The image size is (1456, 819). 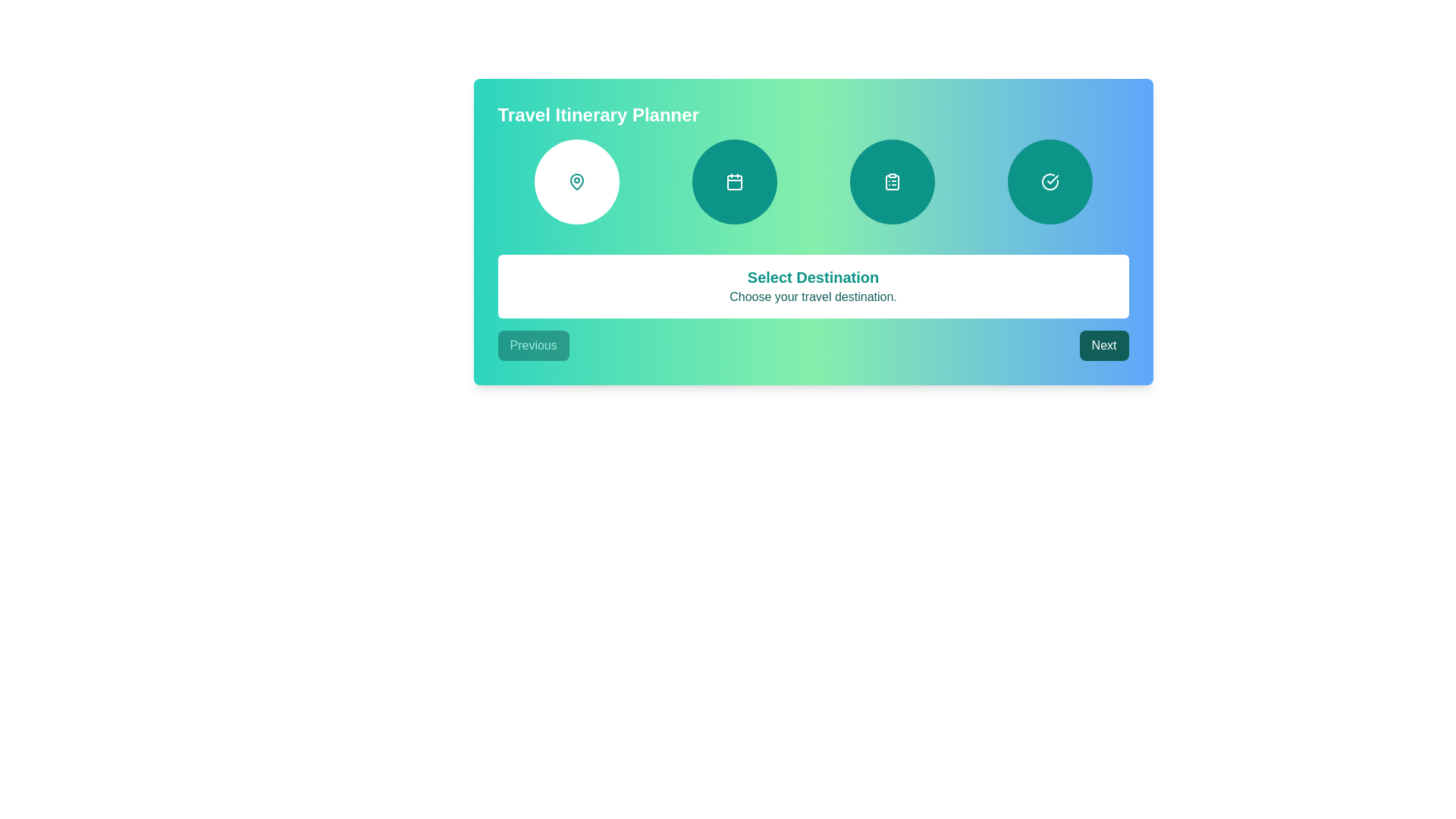 What do you see at coordinates (1049, 180) in the screenshot?
I see `the circular teal button with a white check mark icon, positioned as the last button in a row of four interactive buttons` at bounding box center [1049, 180].